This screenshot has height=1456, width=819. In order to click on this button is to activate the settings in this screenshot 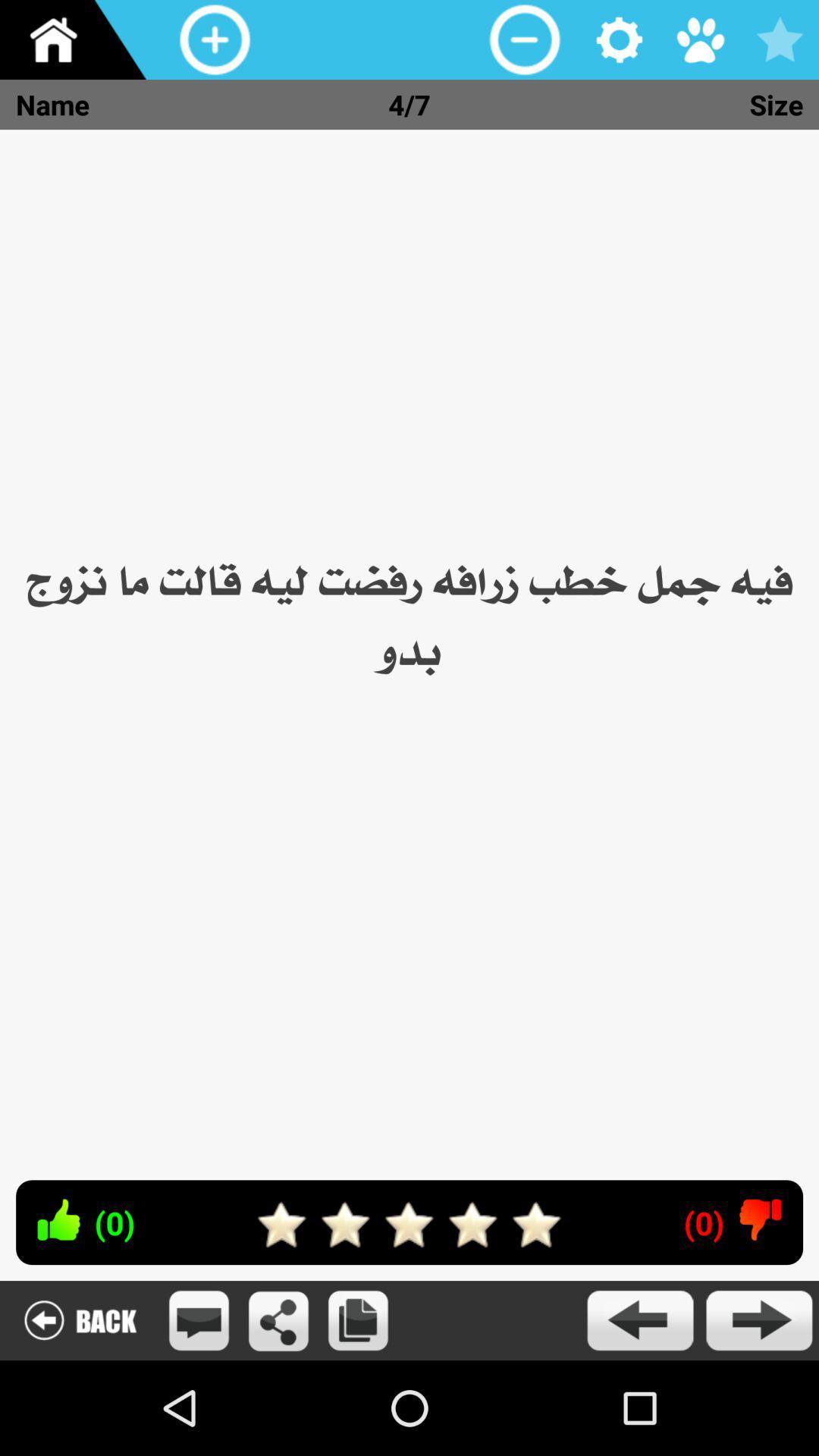, I will do `click(620, 39)`.